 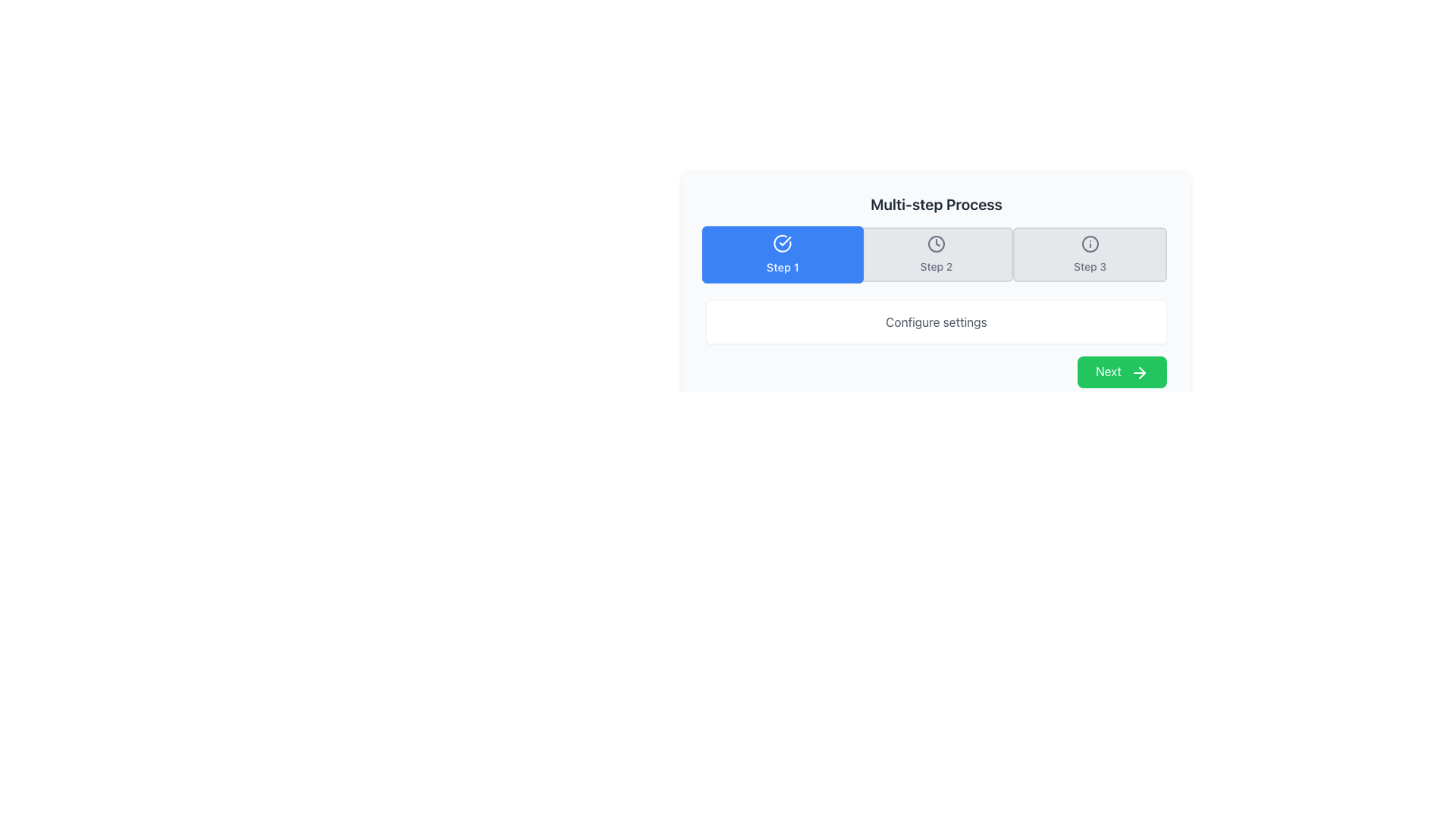 I want to click on the circular icon with a checkmark inside it, located centrally within the blue button labeled 'Step 1', so click(x=783, y=243).